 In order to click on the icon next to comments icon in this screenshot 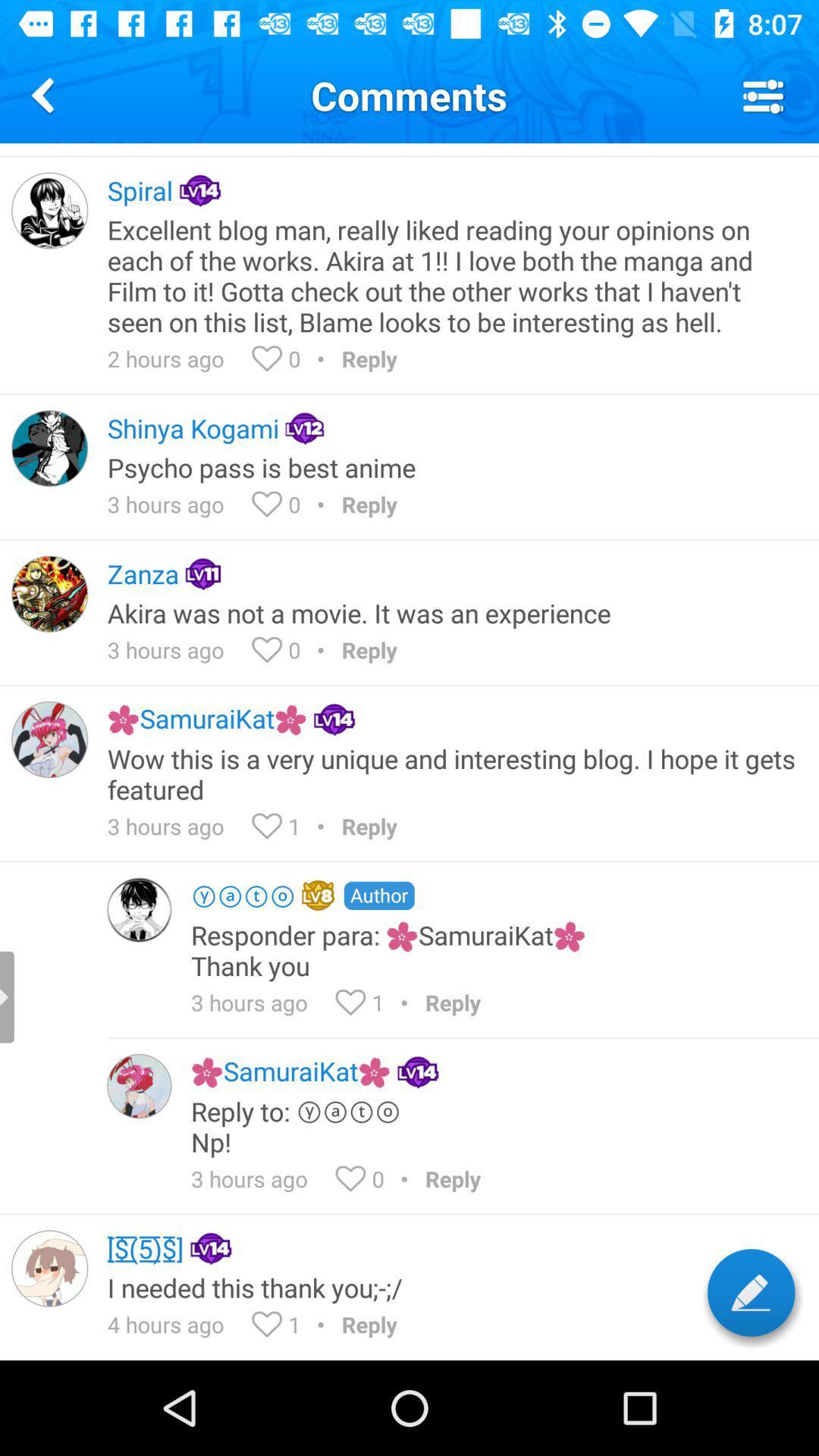, I will do `click(45, 94)`.